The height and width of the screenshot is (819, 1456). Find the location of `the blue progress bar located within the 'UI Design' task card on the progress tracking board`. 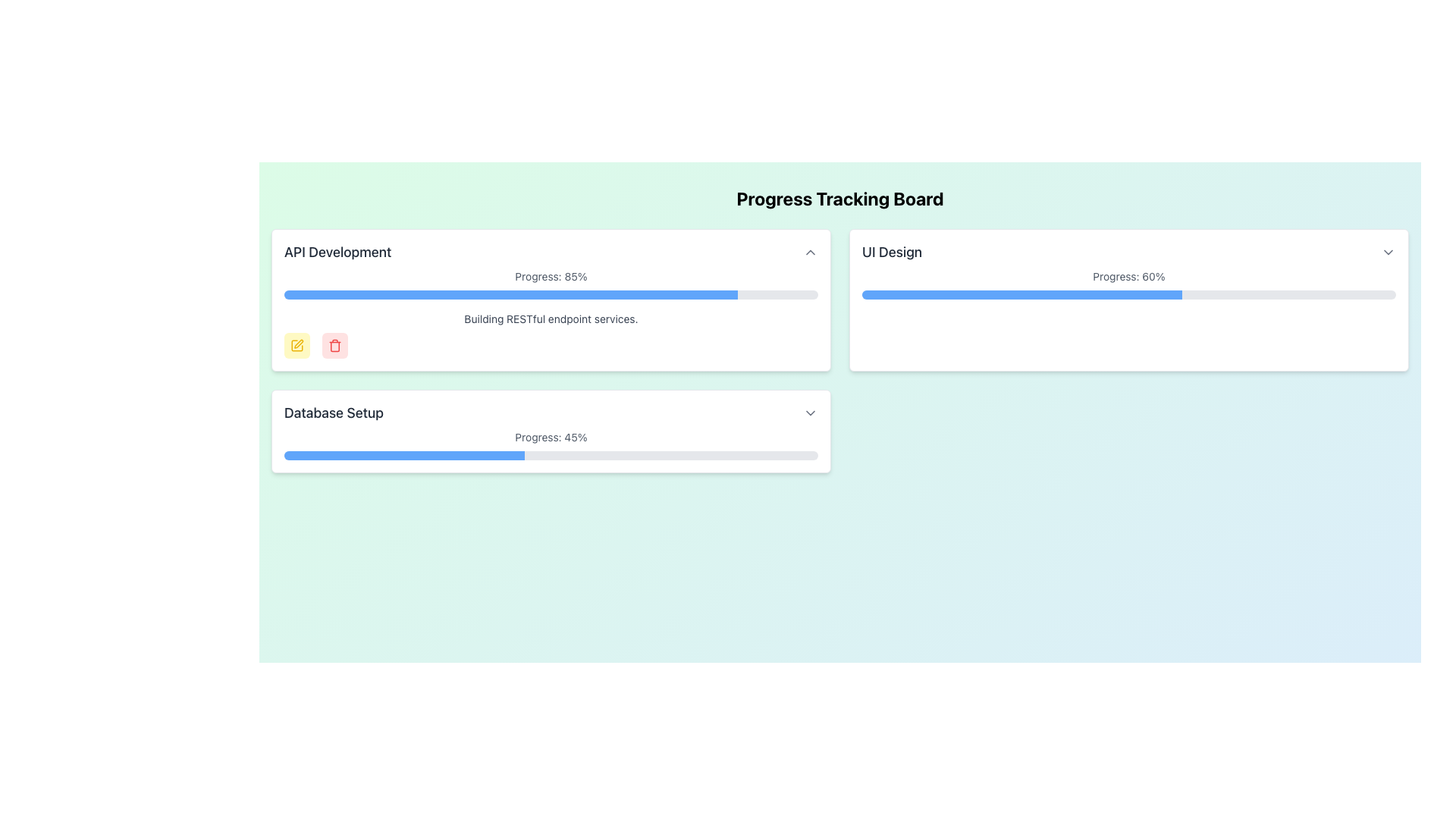

the blue progress bar located within the 'UI Design' task card on the progress tracking board is located at coordinates (1022, 295).